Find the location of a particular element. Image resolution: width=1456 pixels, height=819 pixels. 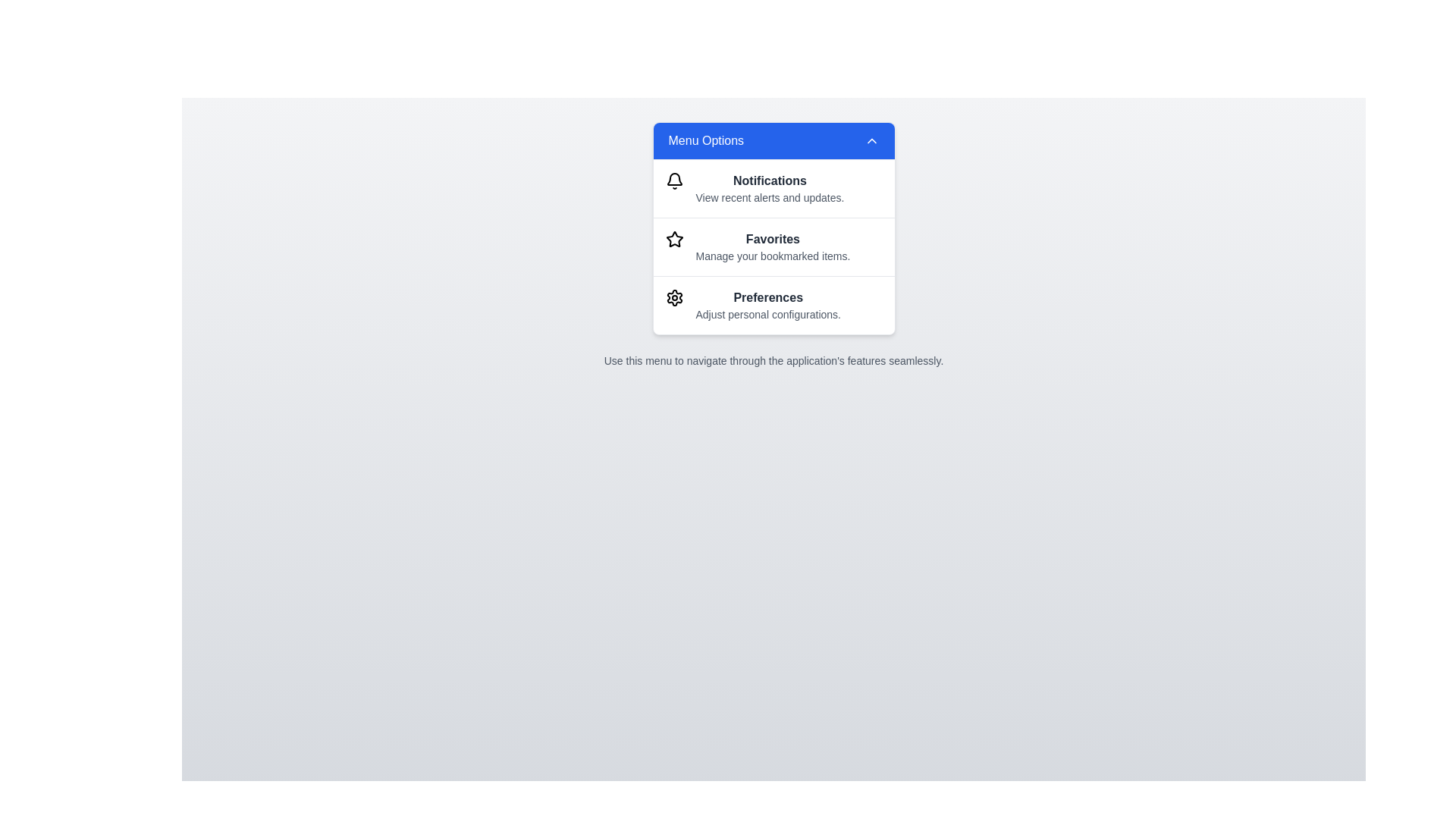

the menu option Preferences from the VibrantInteractiveMenu is located at coordinates (773, 305).